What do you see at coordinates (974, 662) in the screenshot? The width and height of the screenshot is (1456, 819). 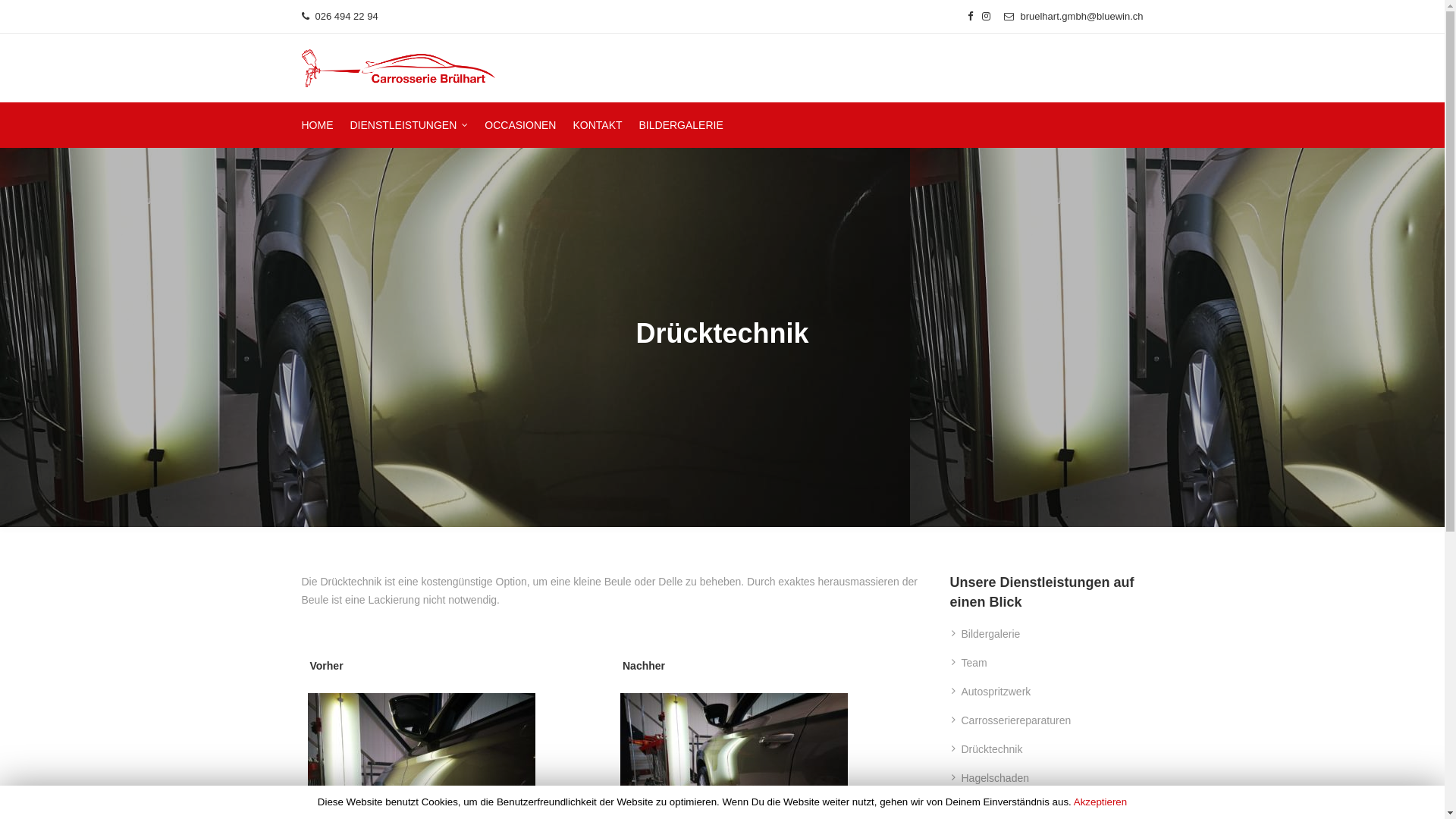 I see `'Team'` at bounding box center [974, 662].